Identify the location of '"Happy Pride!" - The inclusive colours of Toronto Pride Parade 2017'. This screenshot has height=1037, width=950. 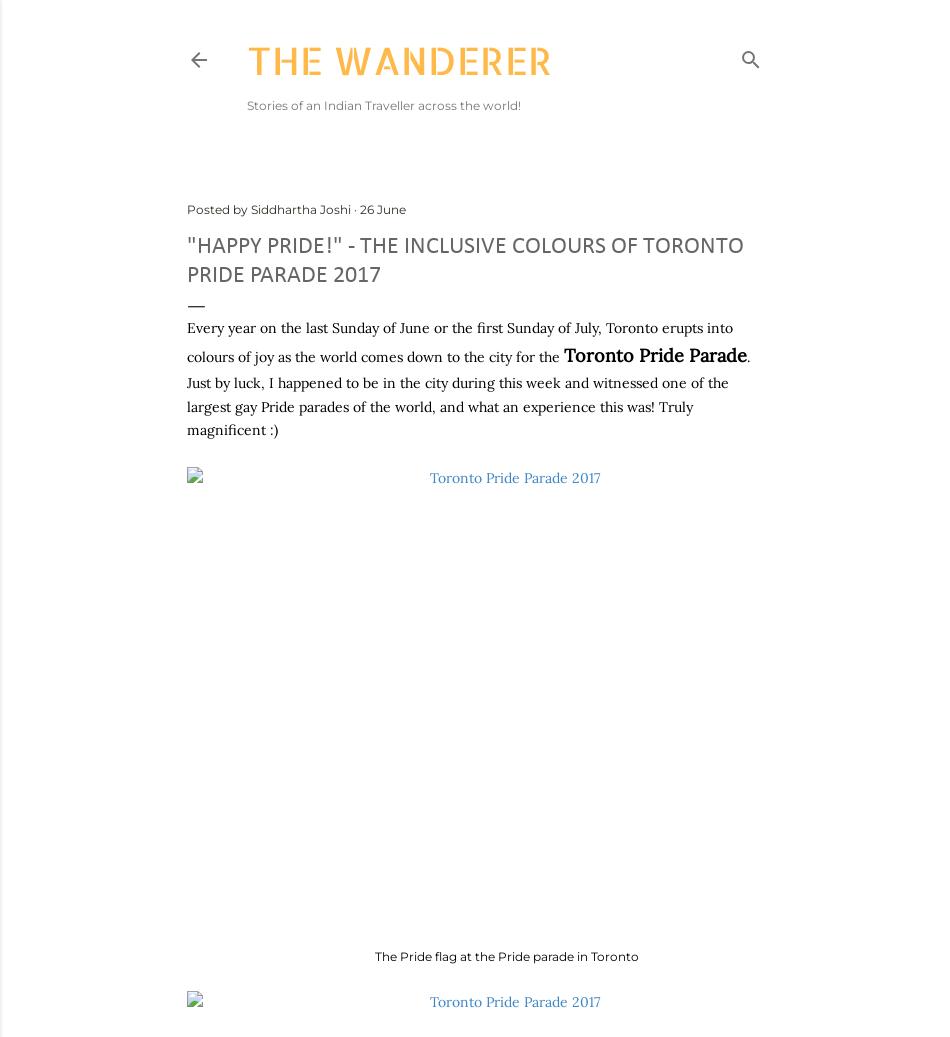
(186, 260).